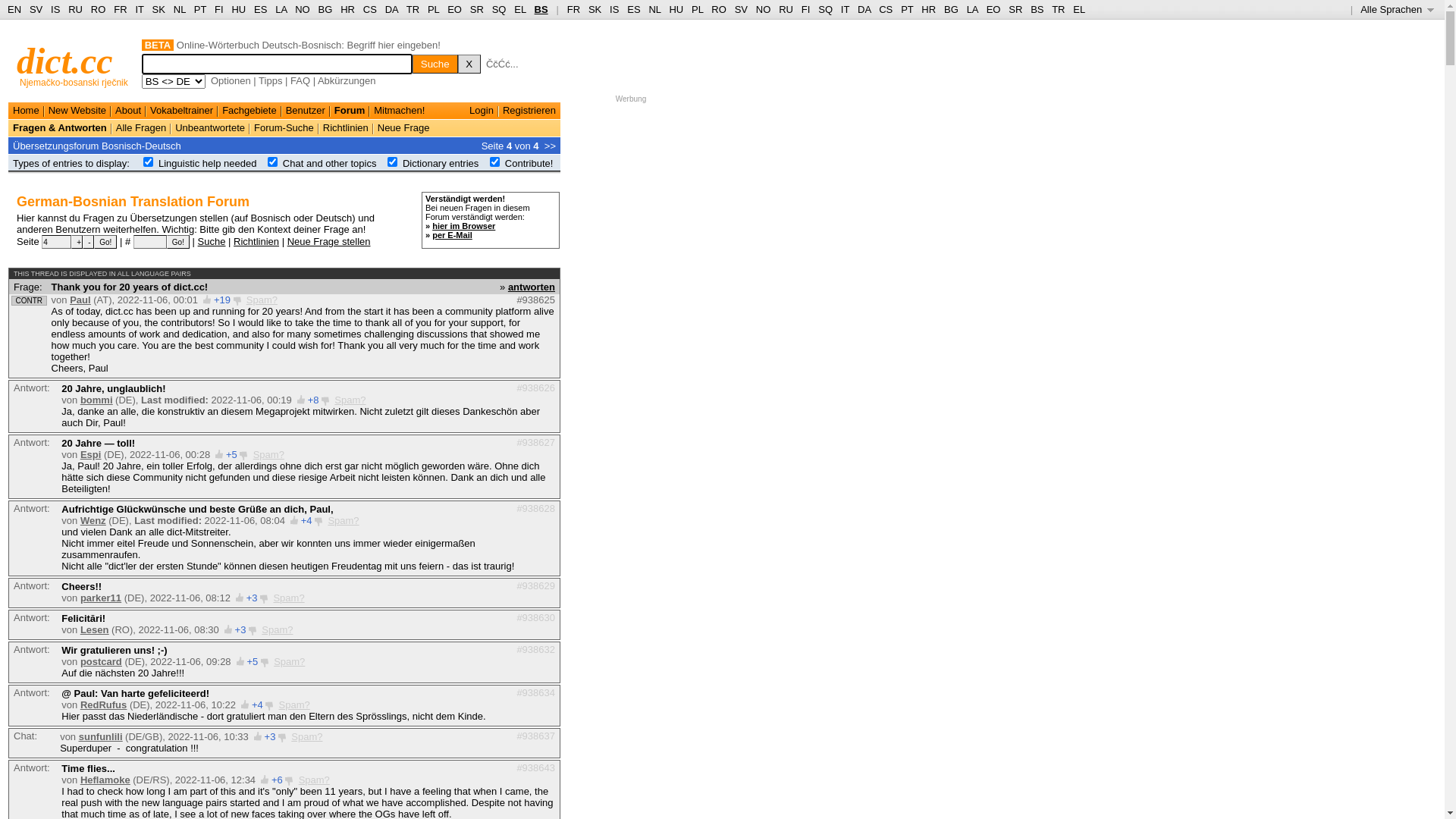 The width and height of the screenshot is (1456, 819). Describe the element at coordinates (347, 9) in the screenshot. I see `'HR'` at that location.